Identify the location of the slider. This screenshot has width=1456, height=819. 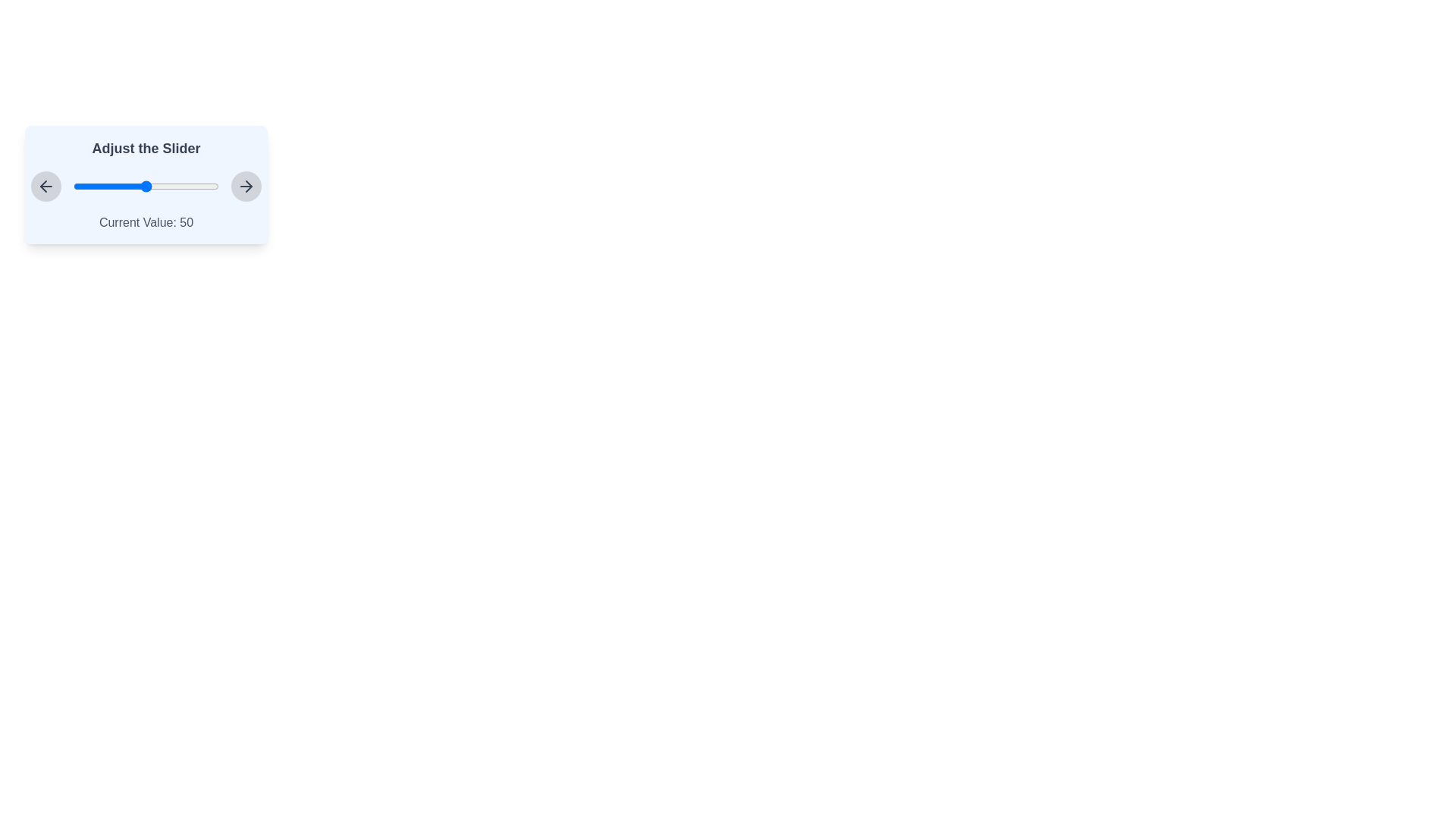
(105, 186).